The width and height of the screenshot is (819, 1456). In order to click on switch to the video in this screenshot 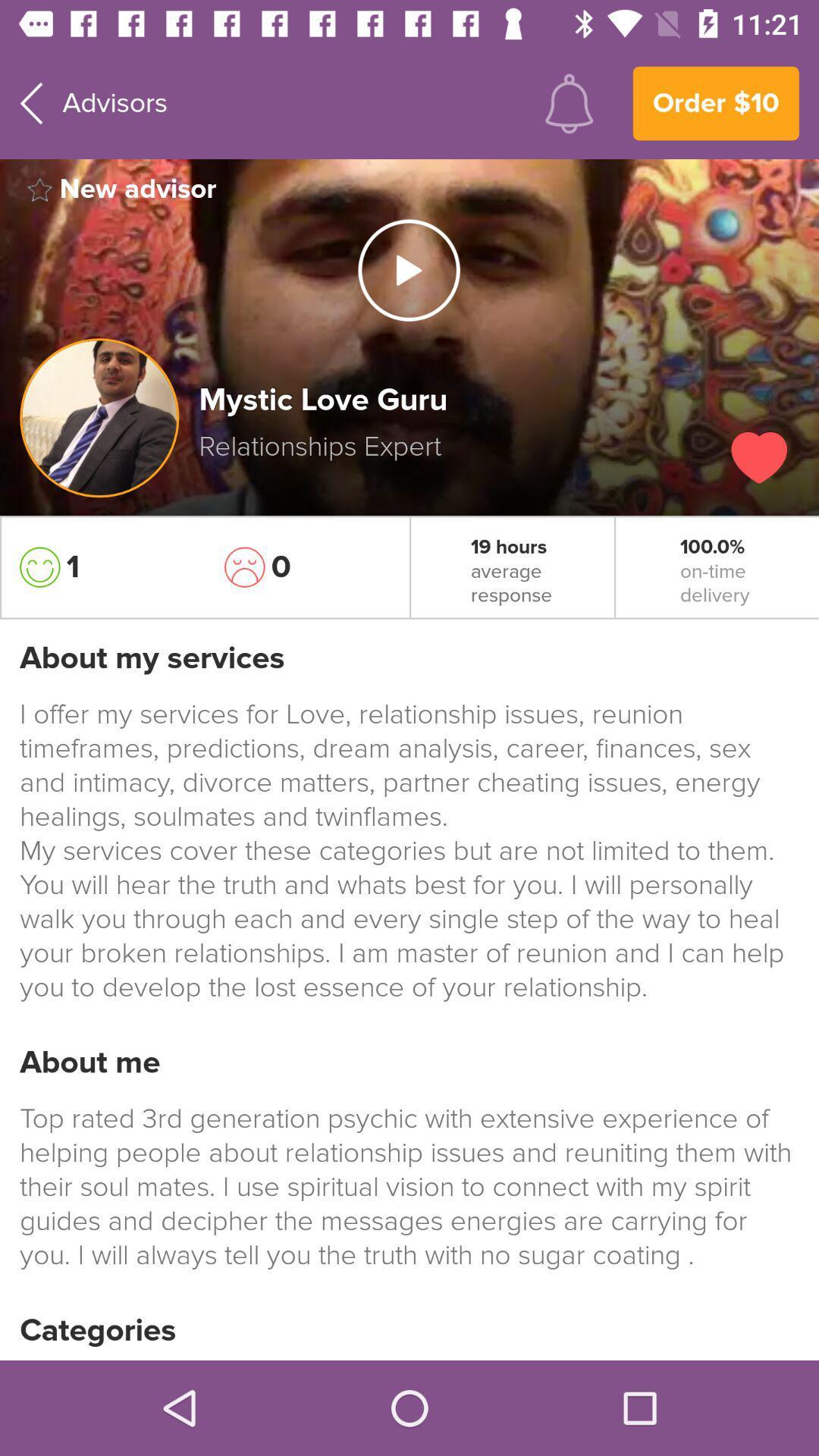, I will do `click(408, 270)`.